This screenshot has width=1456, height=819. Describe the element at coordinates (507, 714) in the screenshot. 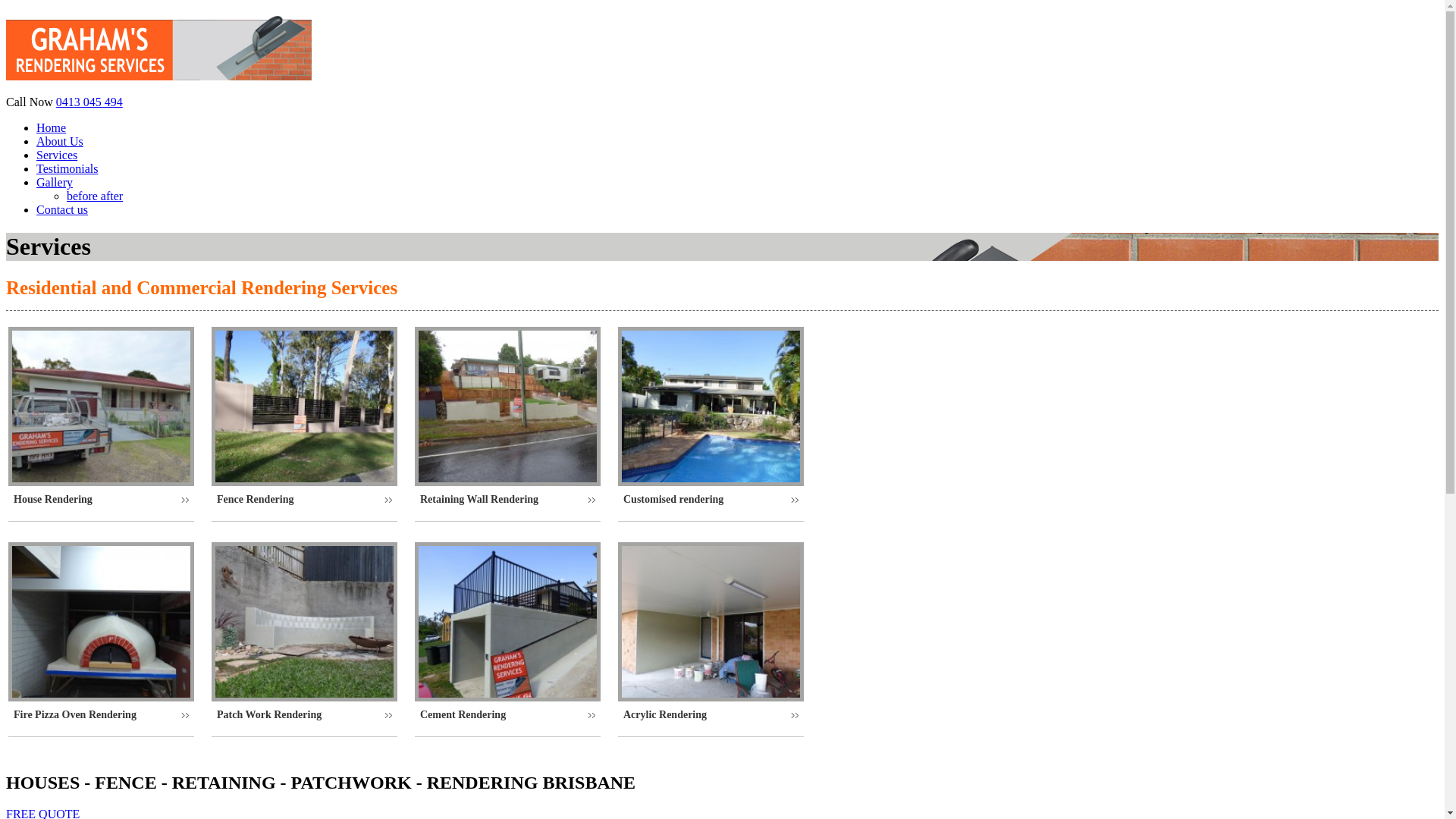

I see `'Cement Rendering'` at that location.